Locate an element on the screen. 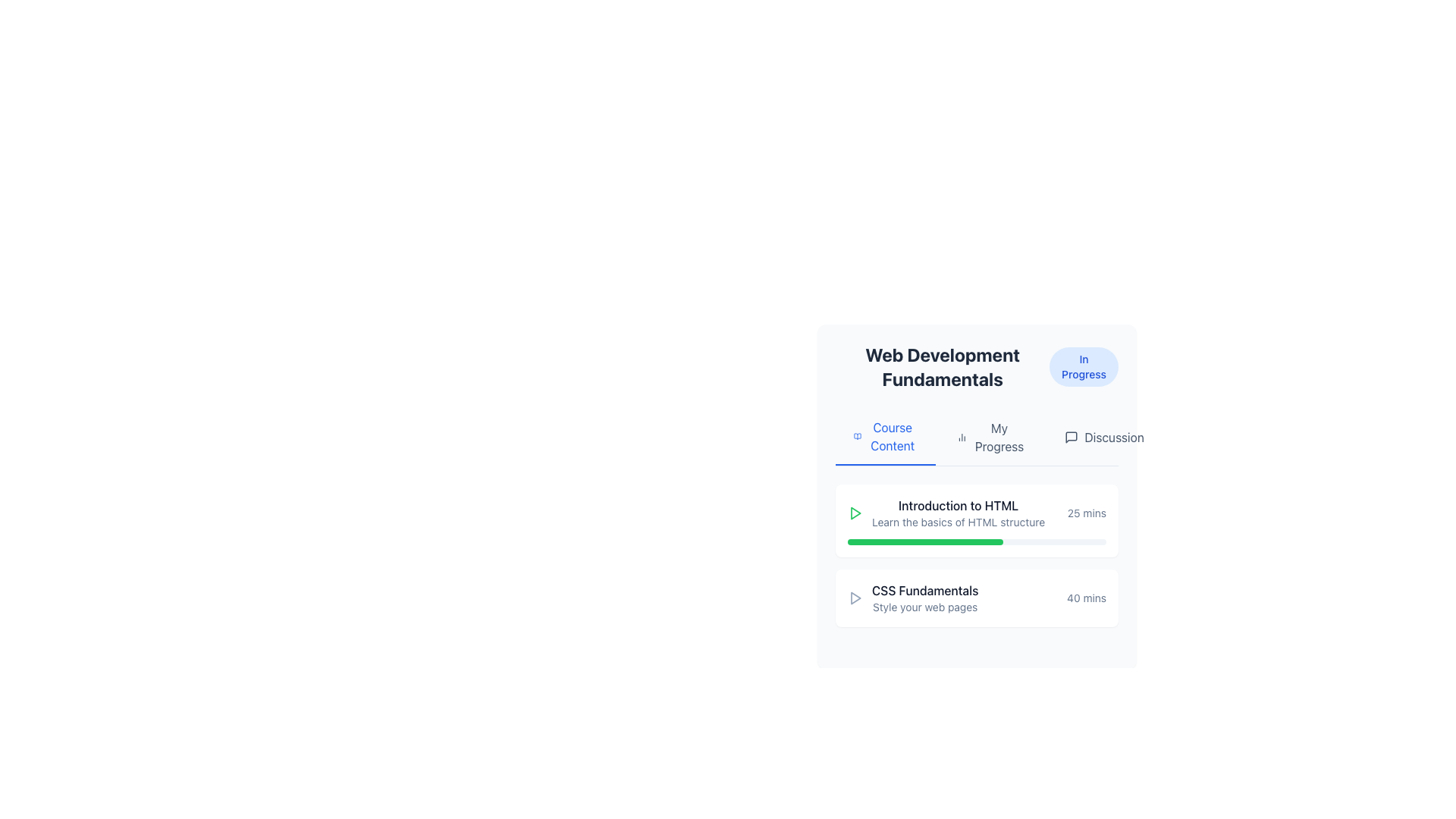 The width and height of the screenshot is (1456, 819). the 'Course Content' text label in the navigation bar is located at coordinates (893, 436).